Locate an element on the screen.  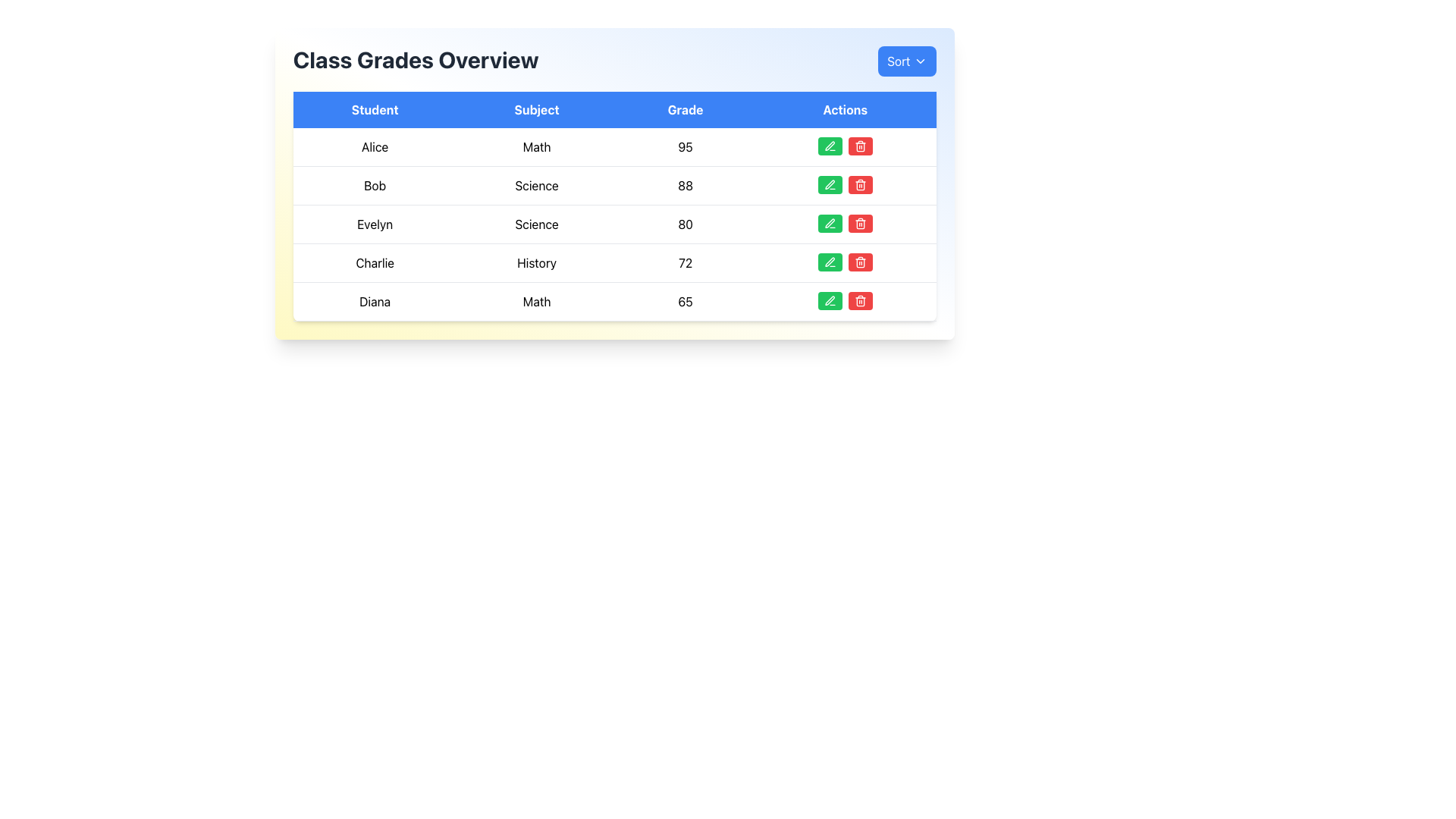
the edit button located in the 'Actions' column of the second row in the table layout is located at coordinates (829, 184).